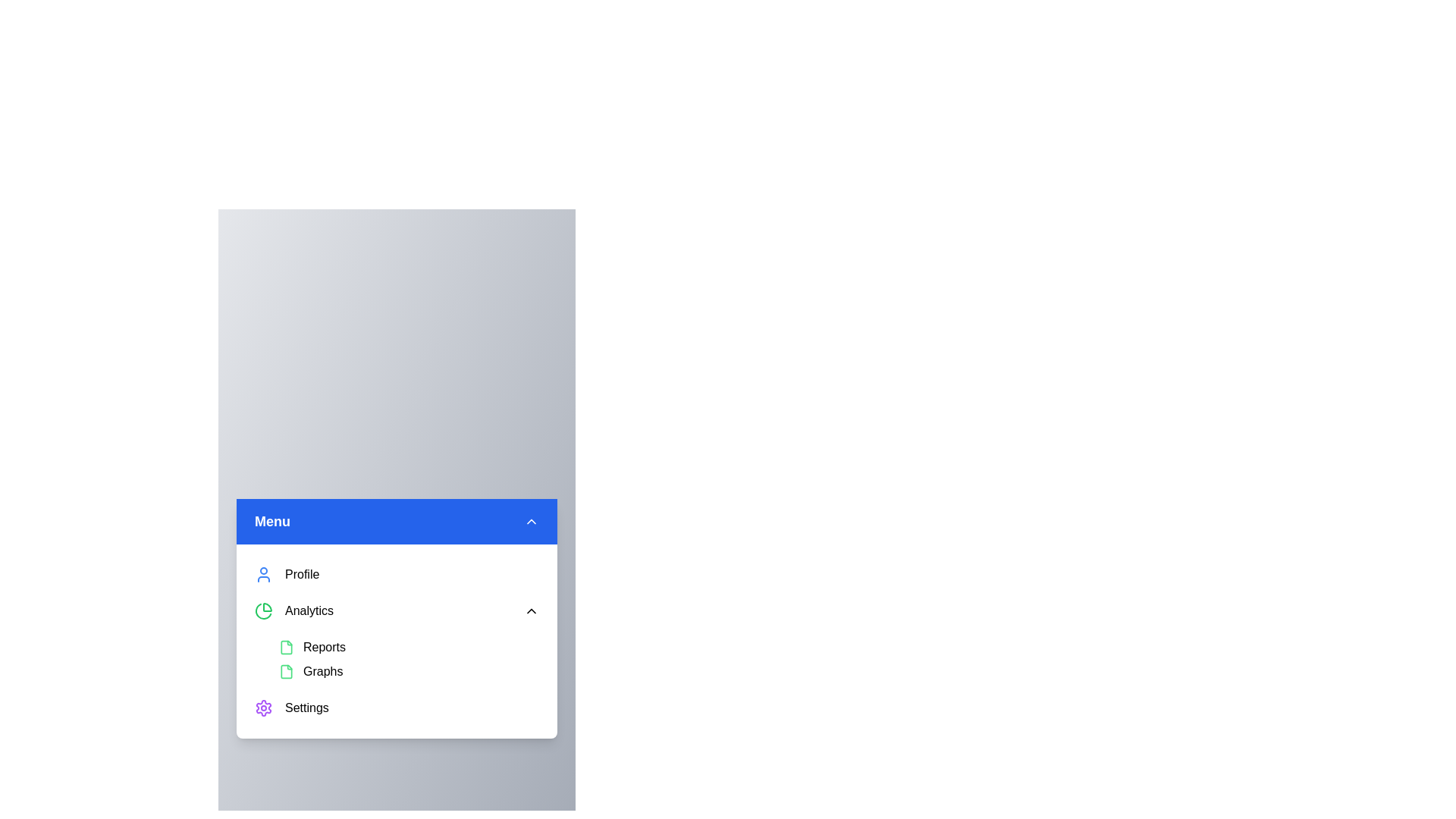 The height and width of the screenshot is (819, 1456). What do you see at coordinates (263, 708) in the screenshot?
I see `the settings icon, which is the leftmost icon in the 'Settings' list item at the bottom of the menu, below the 'Graphs' sub-item of the 'Analytics' section` at bounding box center [263, 708].